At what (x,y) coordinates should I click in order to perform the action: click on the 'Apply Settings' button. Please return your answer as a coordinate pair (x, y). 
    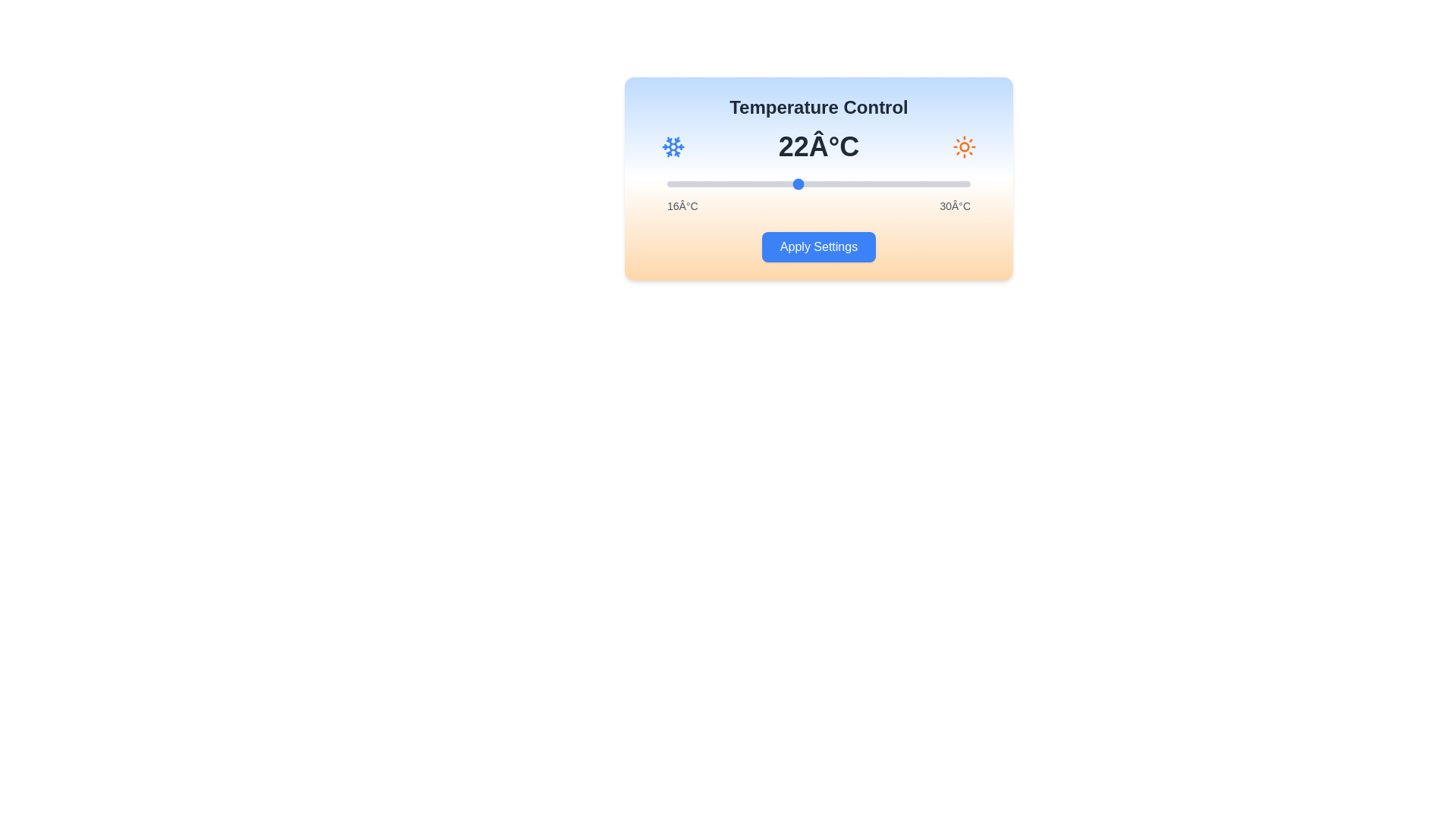
    Looking at the image, I should click on (818, 246).